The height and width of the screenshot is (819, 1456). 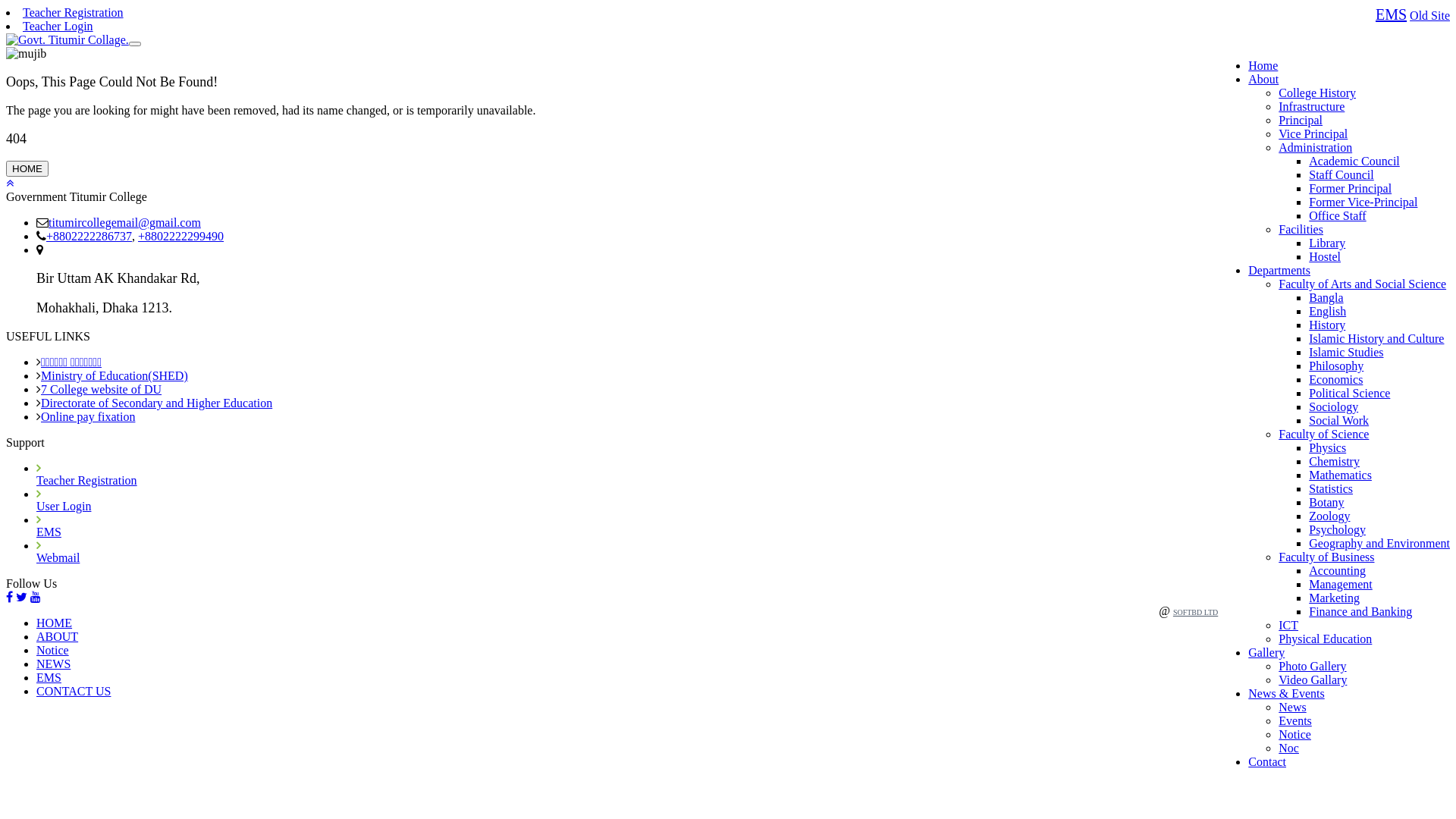 I want to click on 'ICT', so click(x=1277, y=625).